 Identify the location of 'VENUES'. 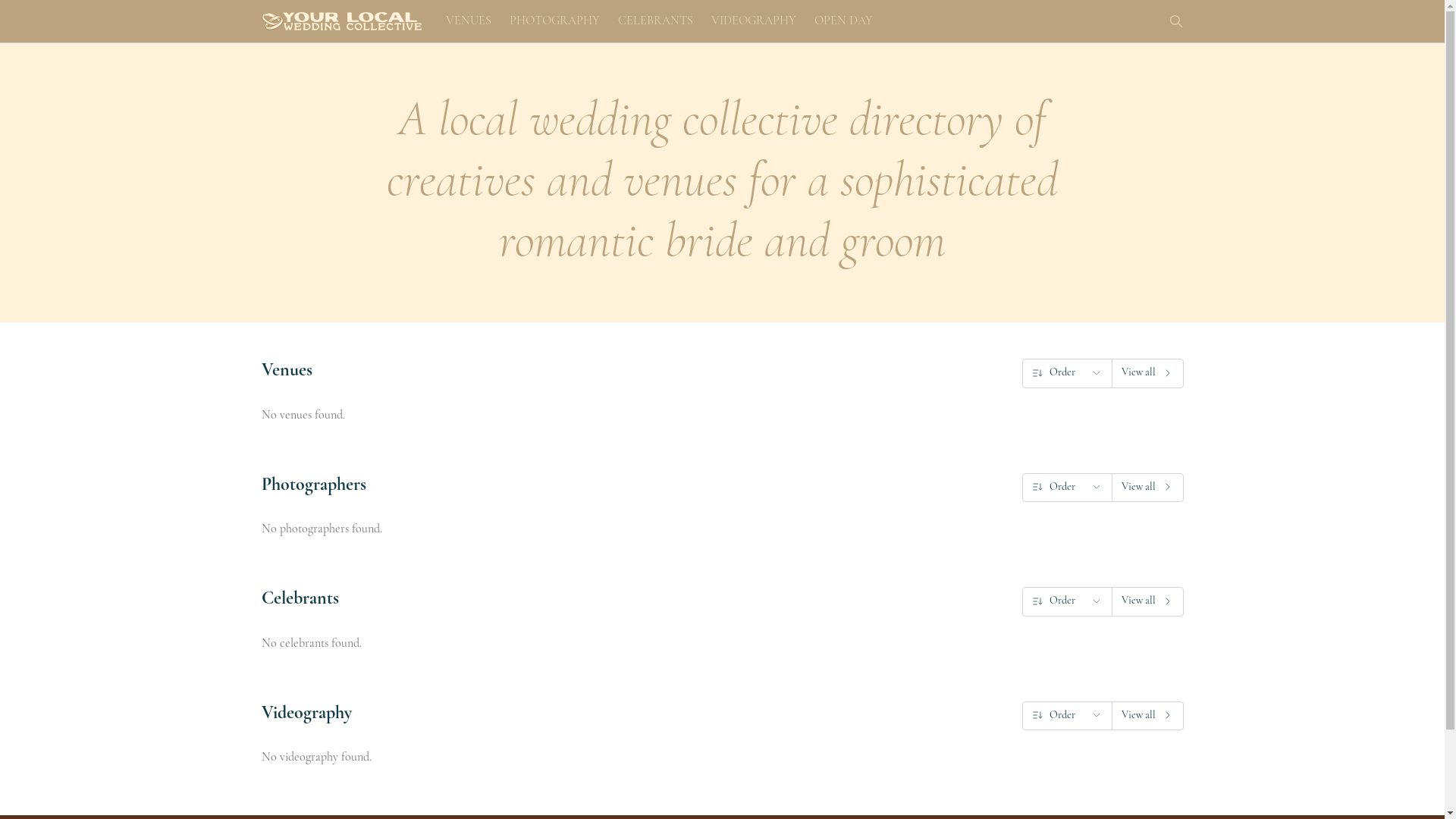
(442, 20).